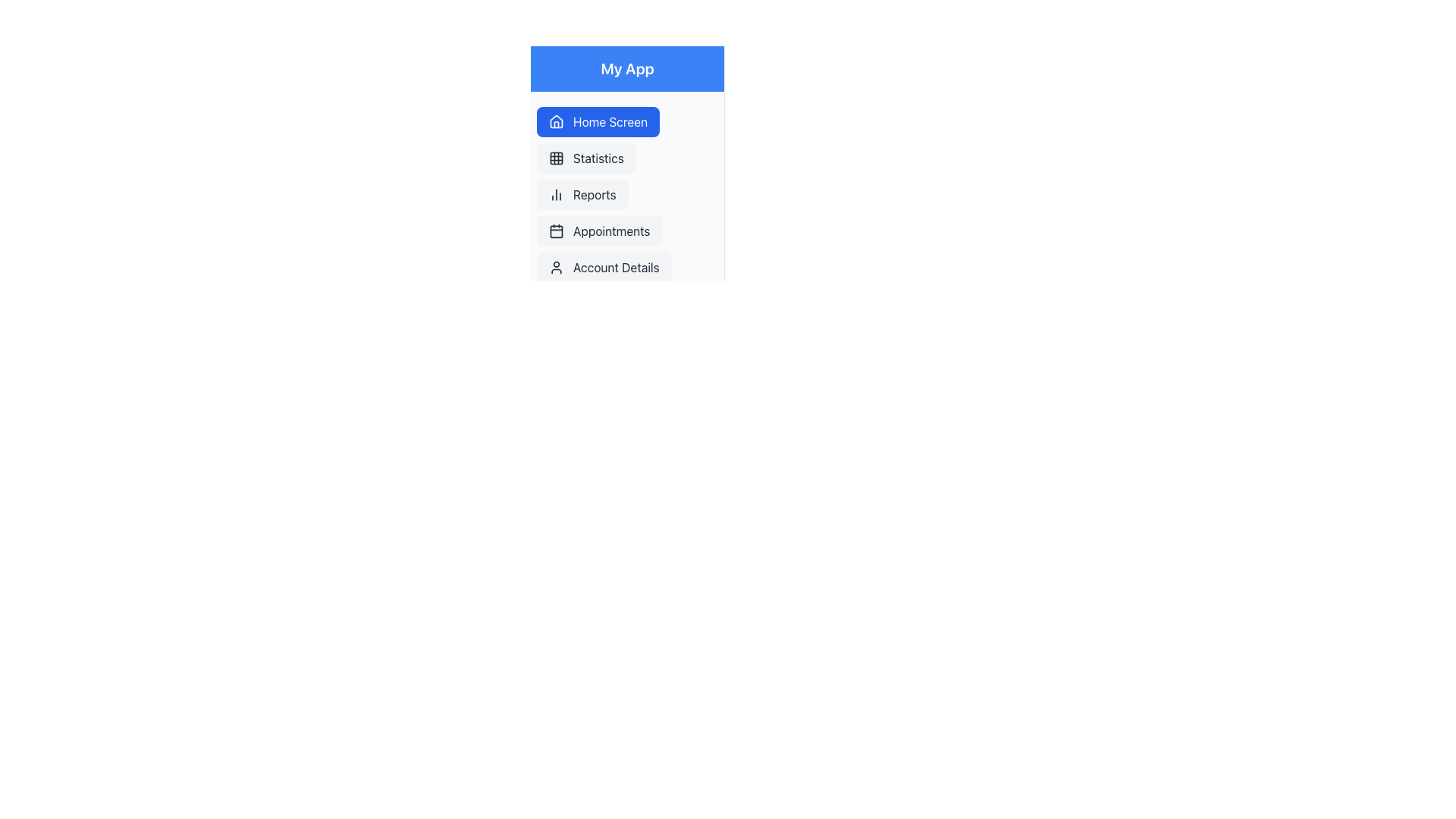 This screenshot has width=1456, height=819. I want to click on the 'Account Details' icon located in the sidebar menu, which is the fourth icon listed after 'Appointments', so click(556, 267).